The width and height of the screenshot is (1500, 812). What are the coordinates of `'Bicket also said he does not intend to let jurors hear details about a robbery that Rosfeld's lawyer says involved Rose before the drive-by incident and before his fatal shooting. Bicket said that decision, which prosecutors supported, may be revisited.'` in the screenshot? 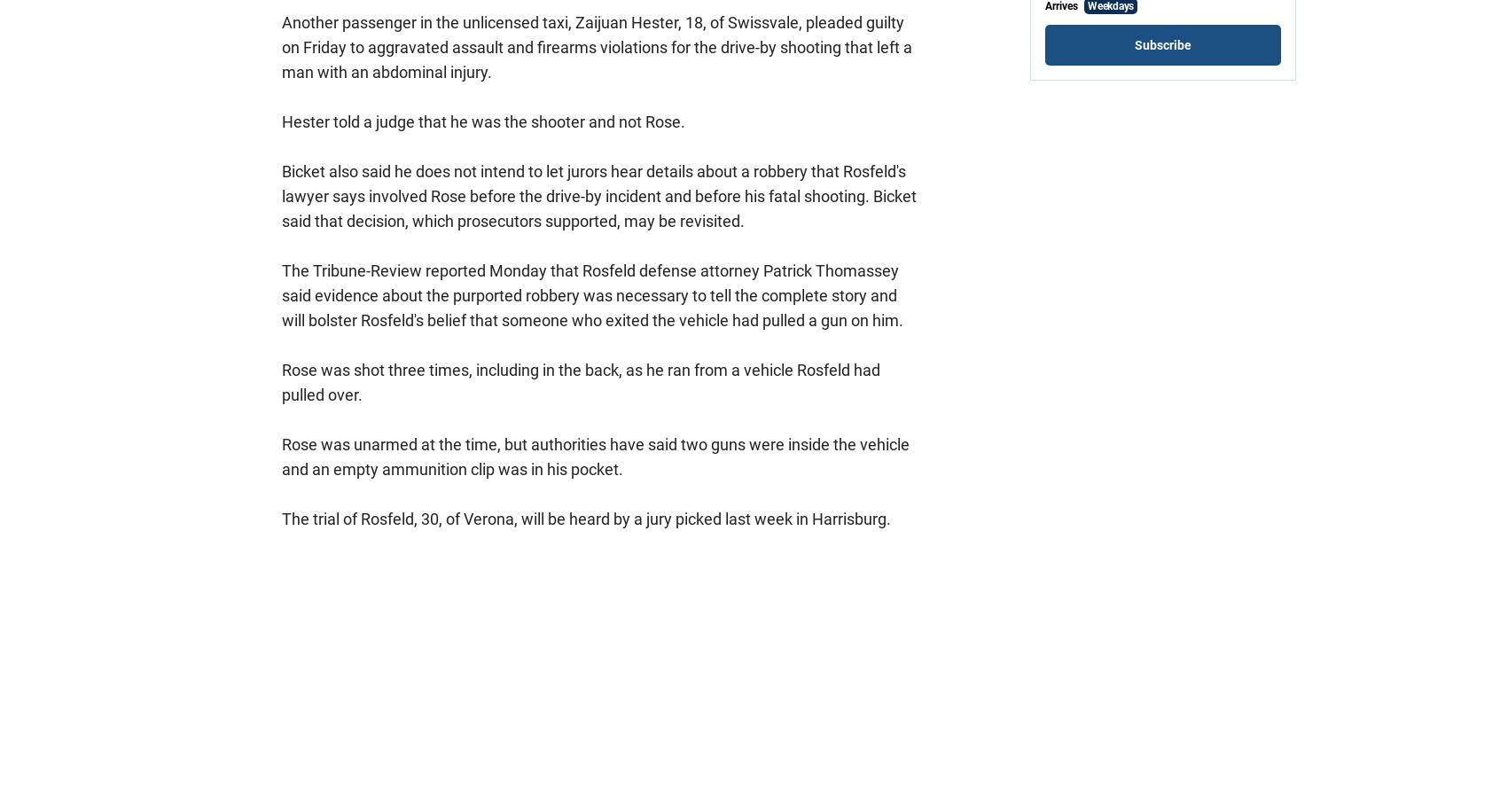 It's located at (598, 195).